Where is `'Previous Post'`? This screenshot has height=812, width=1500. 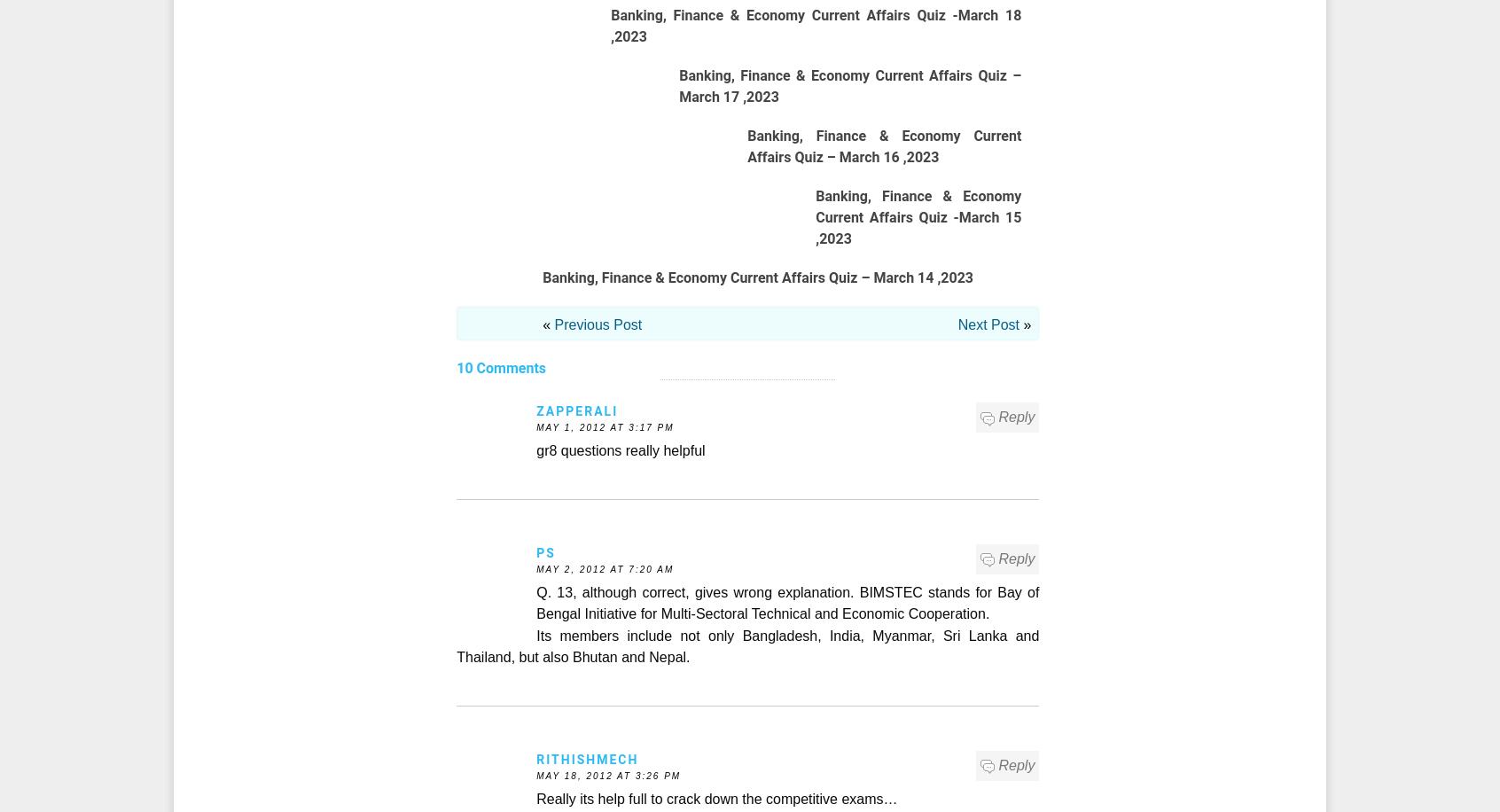
'Previous Post' is located at coordinates (598, 324).